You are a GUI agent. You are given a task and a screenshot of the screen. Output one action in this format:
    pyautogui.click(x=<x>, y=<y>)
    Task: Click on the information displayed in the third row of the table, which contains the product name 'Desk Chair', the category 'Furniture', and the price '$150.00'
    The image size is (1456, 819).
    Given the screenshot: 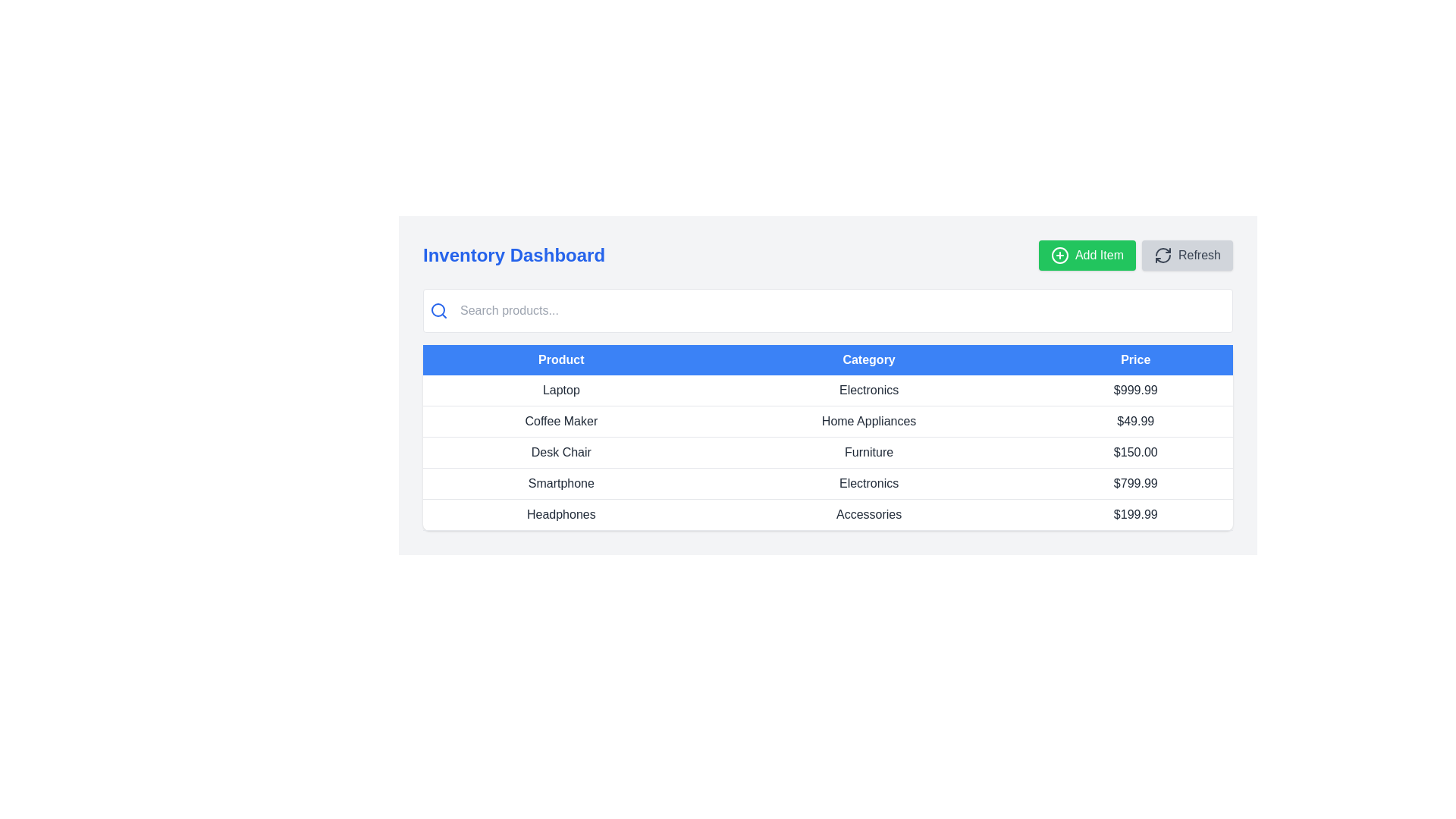 What is the action you would take?
    pyautogui.click(x=827, y=452)
    